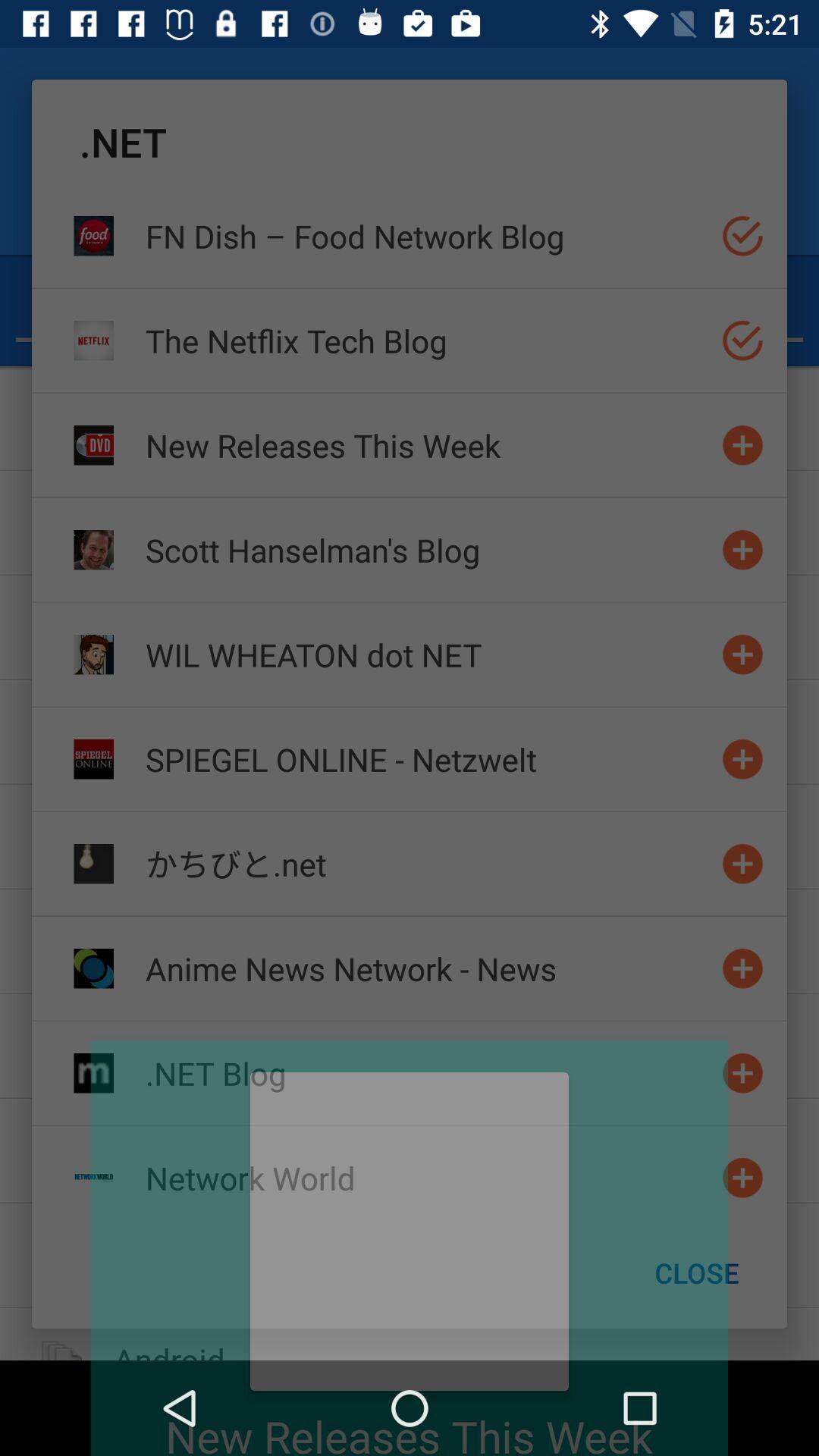 The height and width of the screenshot is (1456, 819). Describe the element at coordinates (427, 340) in the screenshot. I see `the netflix tech icon` at that location.